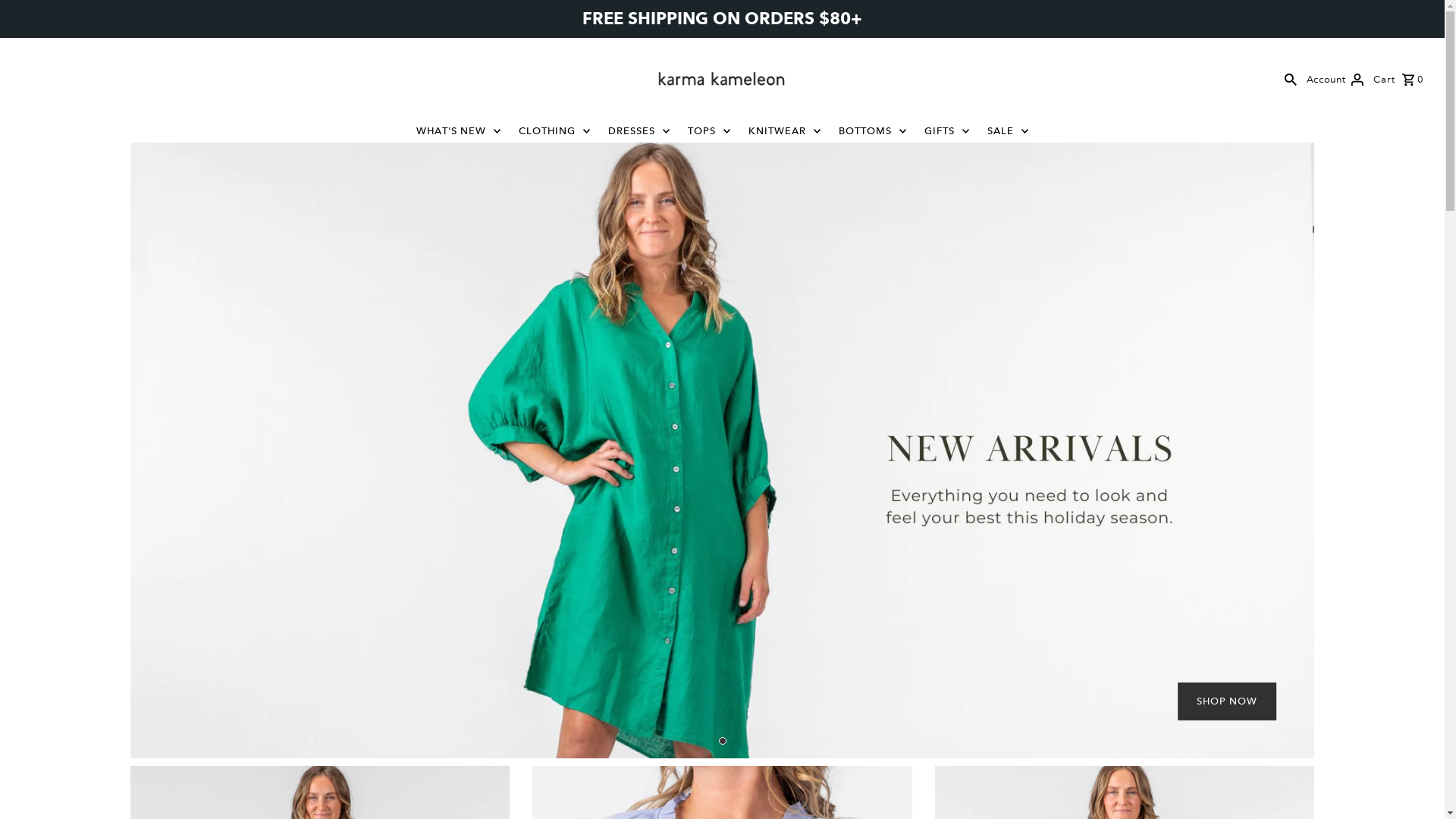 Image resolution: width=1456 pixels, height=819 pixels. What do you see at coordinates (873, 130) in the screenshot?
I see `'BOTTOMS'` at bounding box center [873, 130].